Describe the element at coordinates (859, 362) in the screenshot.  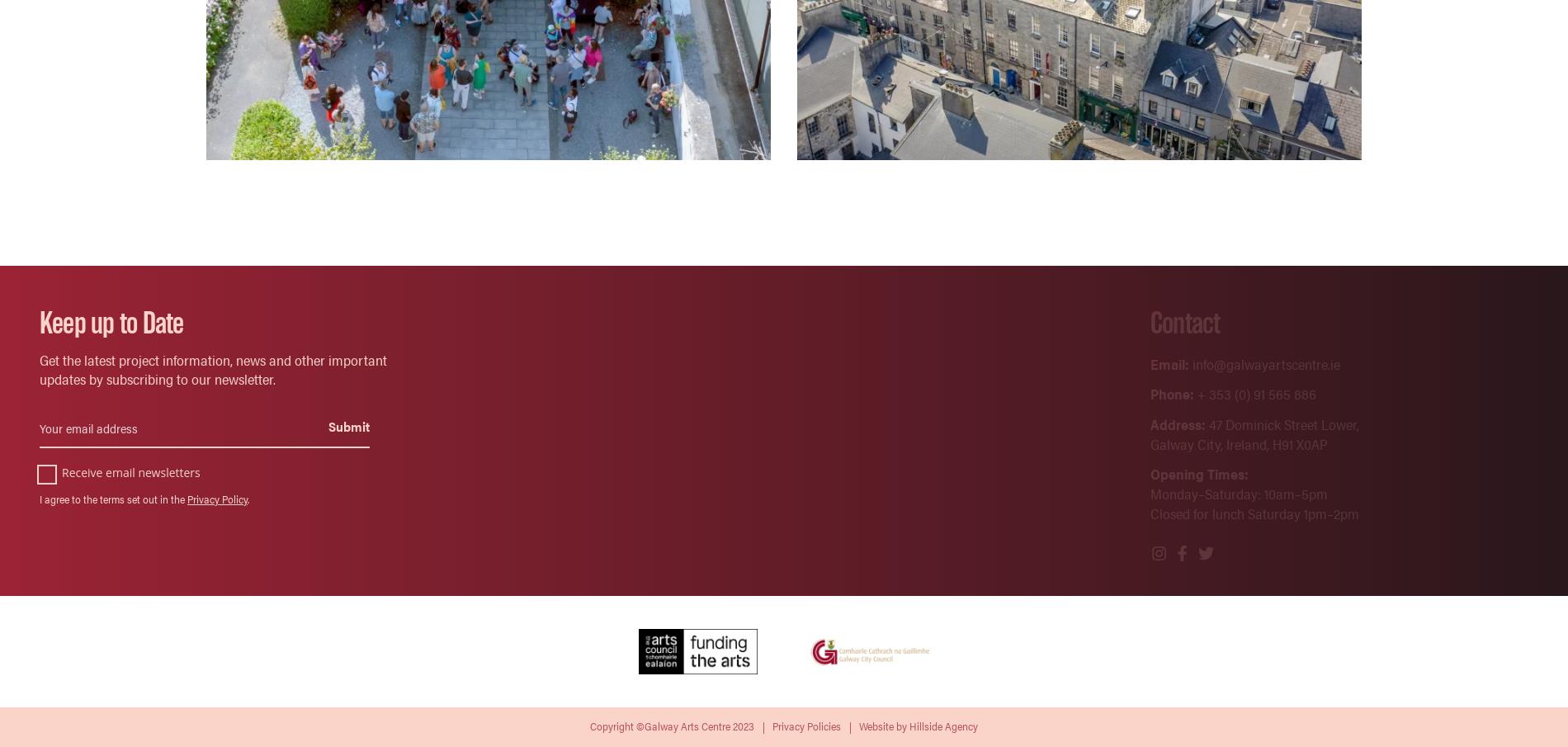
I see `'Your Visit'` at that location.